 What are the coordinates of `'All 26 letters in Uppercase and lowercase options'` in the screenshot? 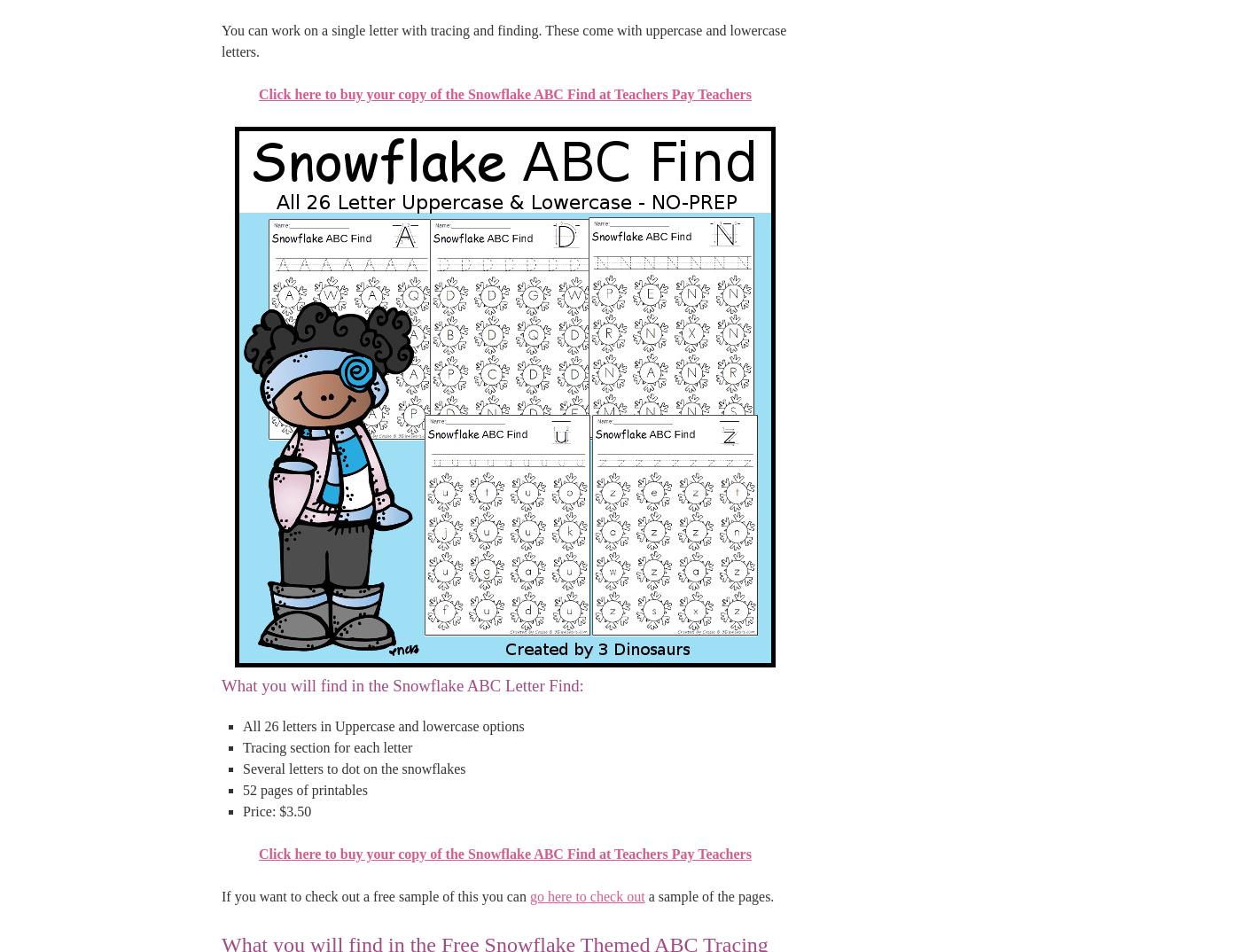 It's located at (383, 725).